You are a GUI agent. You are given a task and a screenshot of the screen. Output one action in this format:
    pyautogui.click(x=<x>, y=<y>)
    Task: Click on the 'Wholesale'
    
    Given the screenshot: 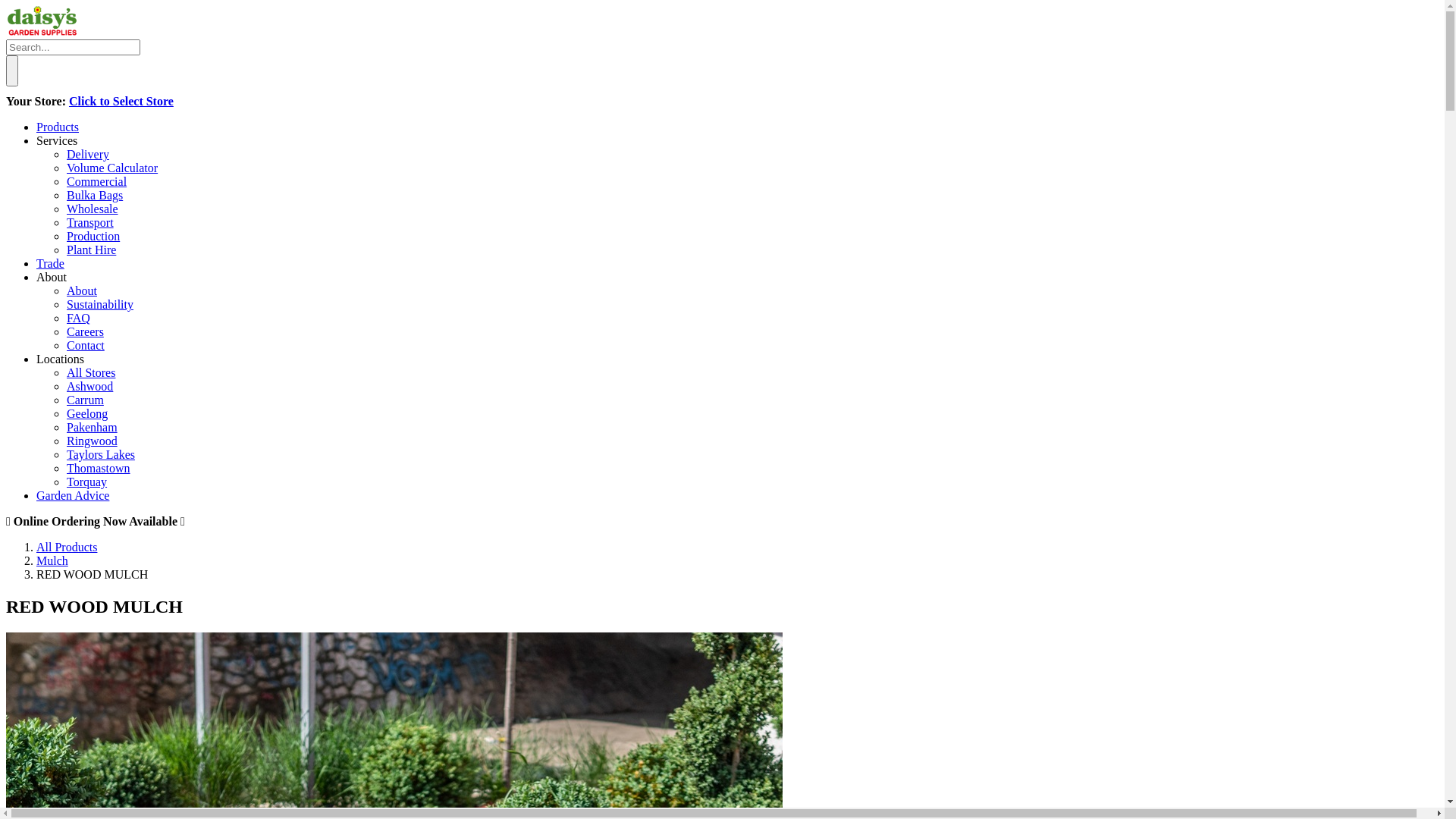 What is the action you would take?
    pyautogui.click(x=91, y=209)
    